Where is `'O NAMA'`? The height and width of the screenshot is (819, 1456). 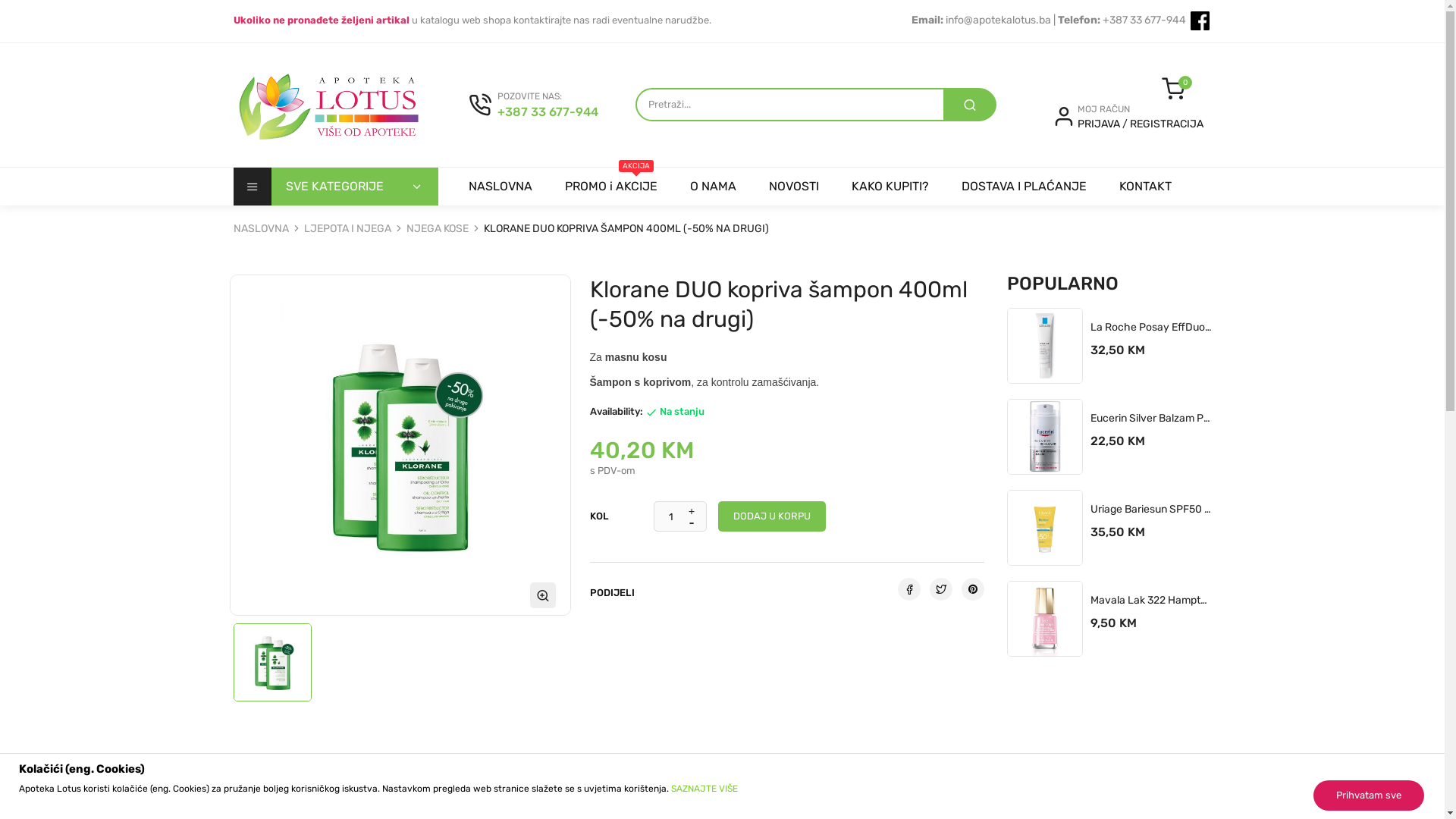 'O NAMA' is located at coordinates (673, 186).